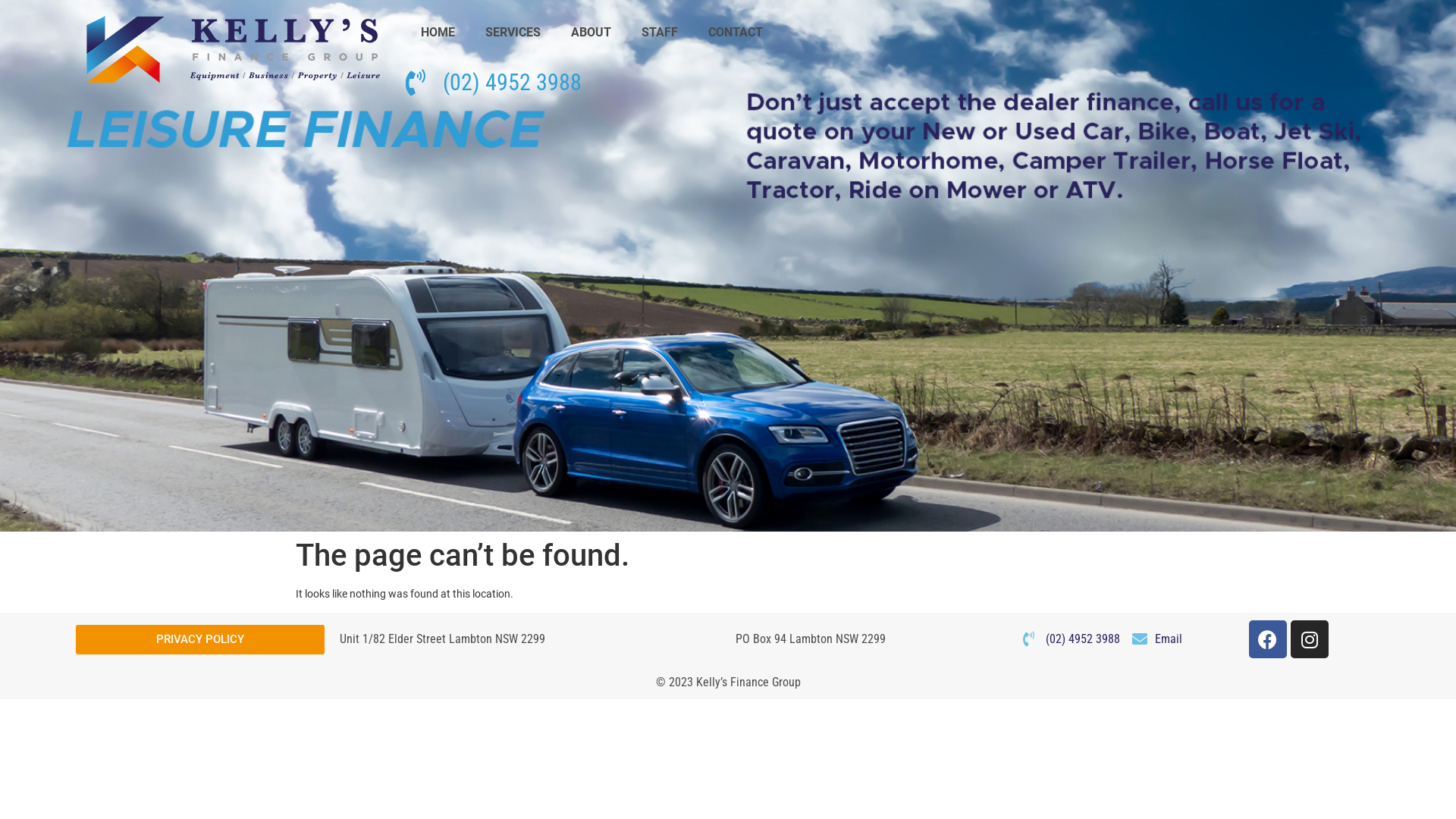  Describe the element at coordinates (199, 639) in the screenshot. I see `'PRIVACY POLICY'` at that location.